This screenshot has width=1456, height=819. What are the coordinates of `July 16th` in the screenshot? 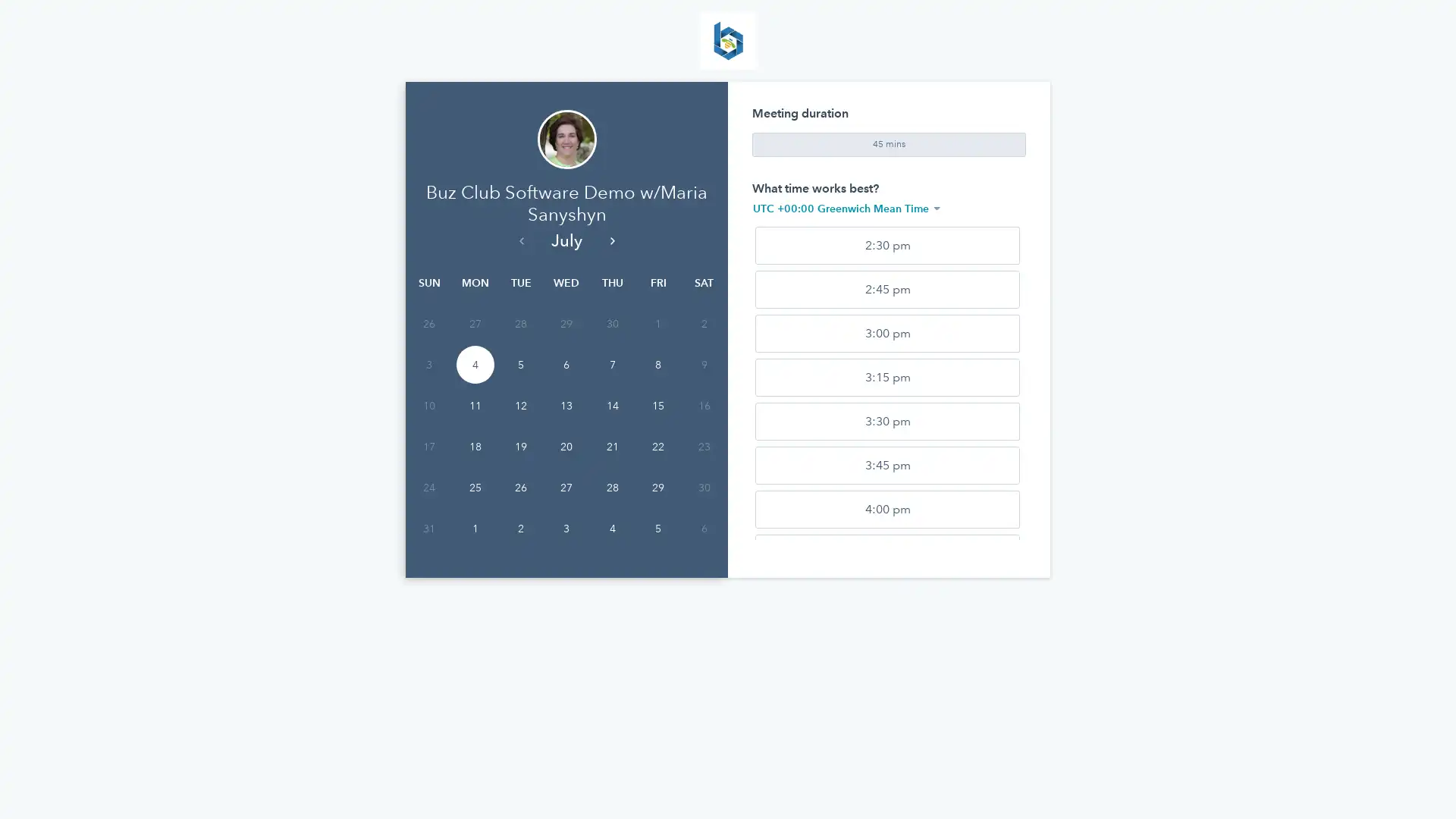 It's located at (702, 405).